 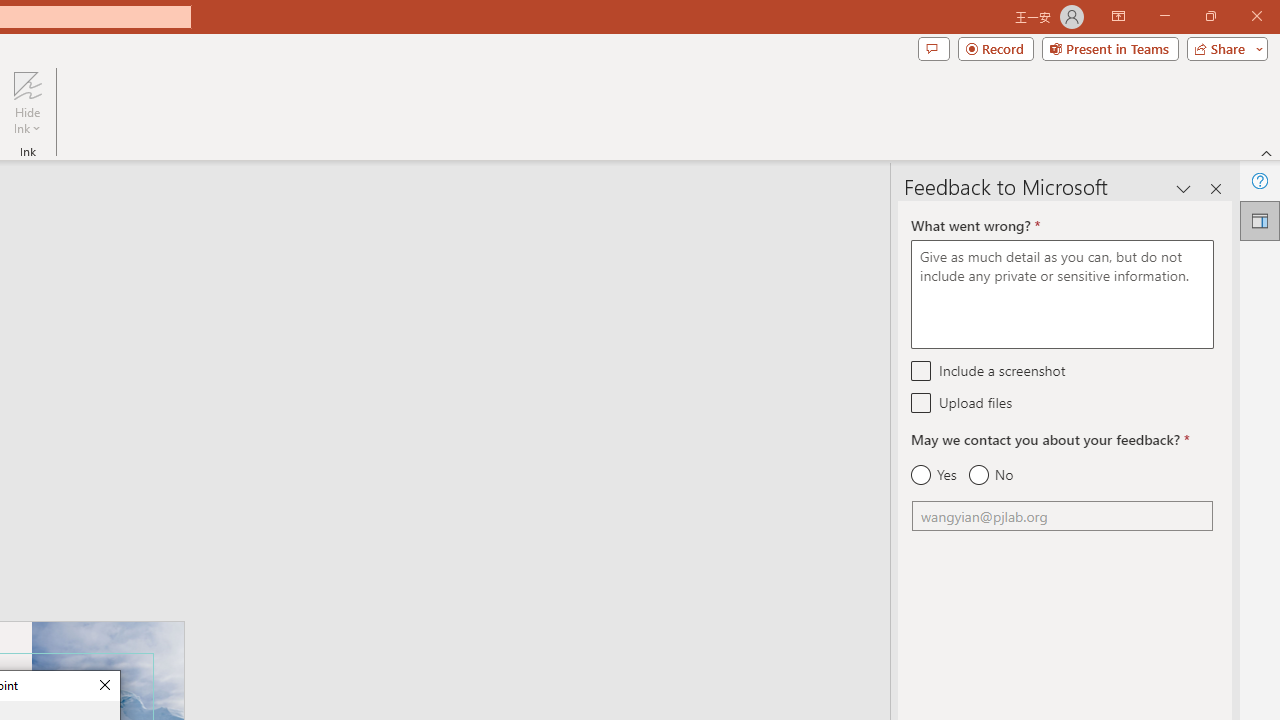 I want to click on 'Hide Ink', so click(x=27, y=84).